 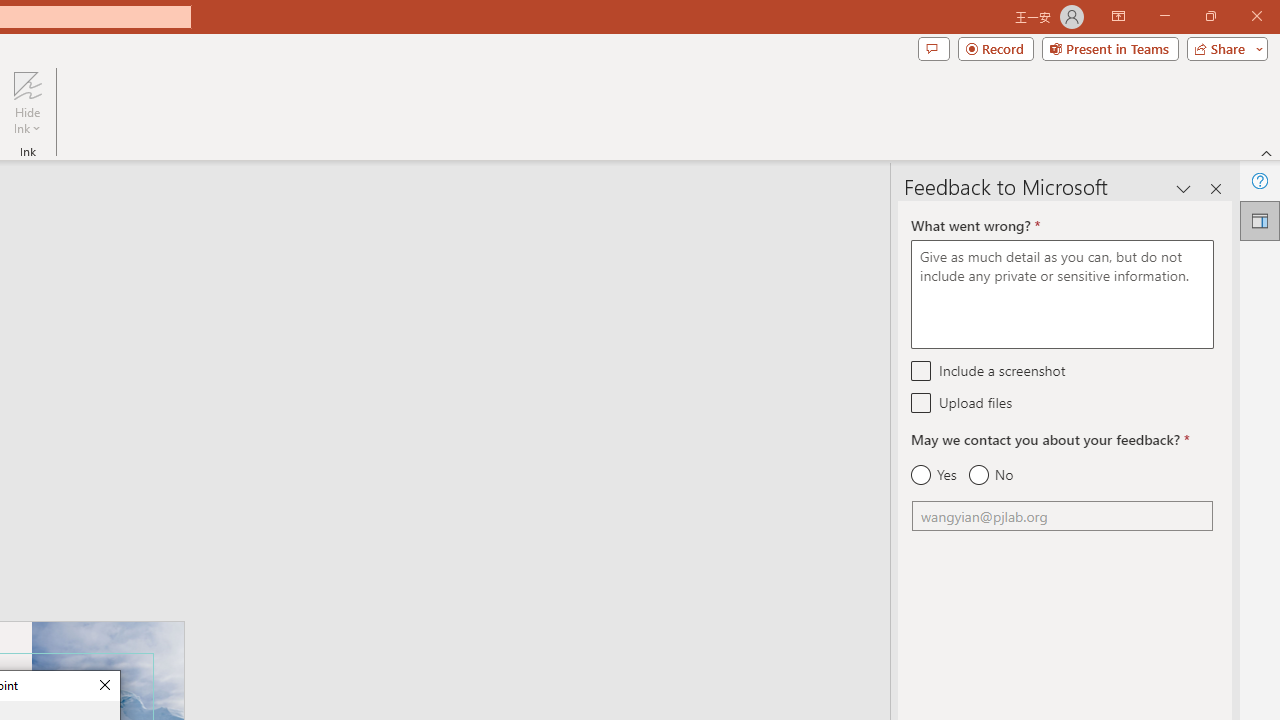 I want to click on 'Hide Ink', so click(x=27, y=84).